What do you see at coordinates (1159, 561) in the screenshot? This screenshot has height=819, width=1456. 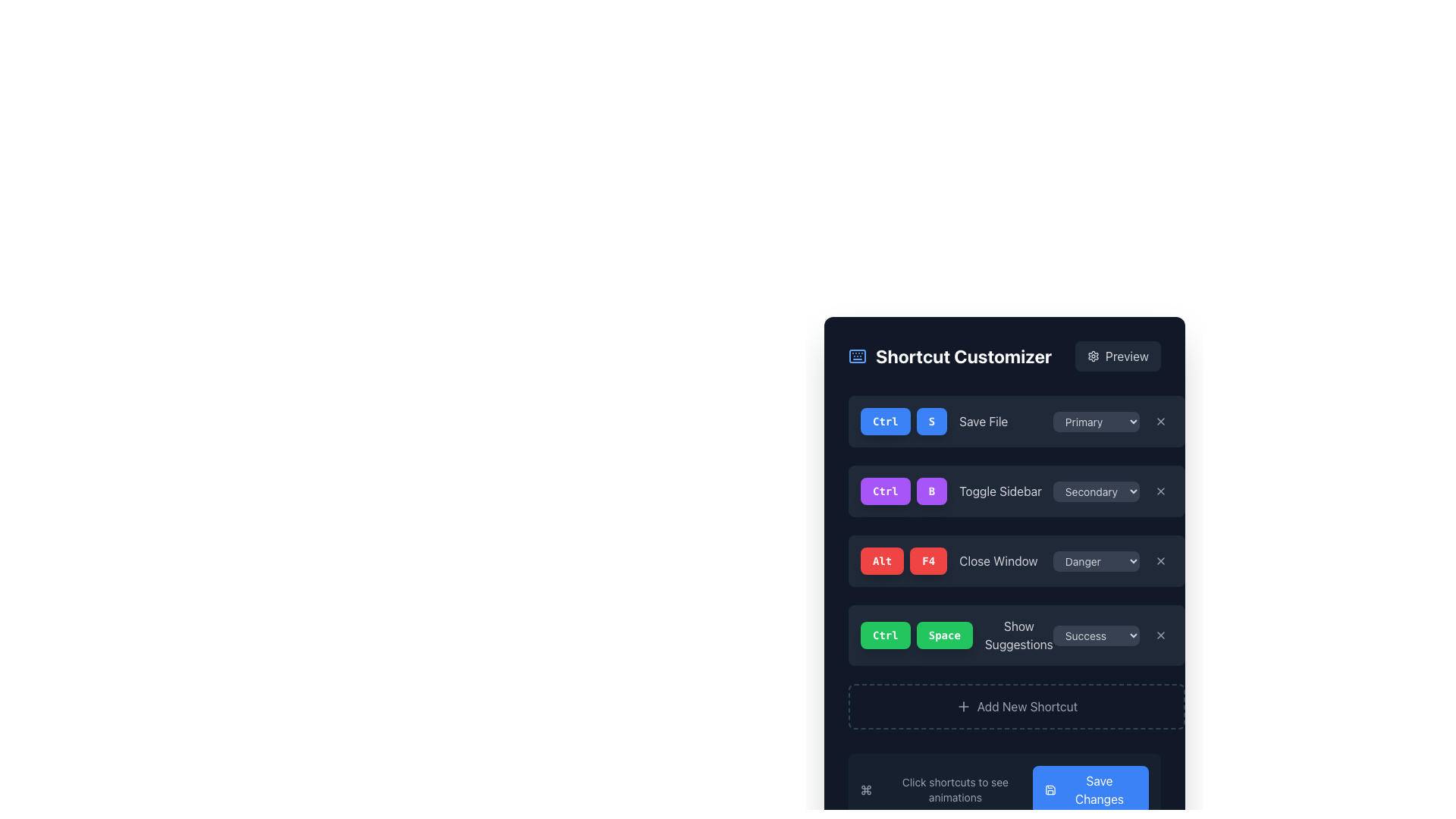 I see `the icon button located to the right of the 'Danger' dropdown menu in the third row labeled 'Close Window'` at bounding box center [1159, 561].